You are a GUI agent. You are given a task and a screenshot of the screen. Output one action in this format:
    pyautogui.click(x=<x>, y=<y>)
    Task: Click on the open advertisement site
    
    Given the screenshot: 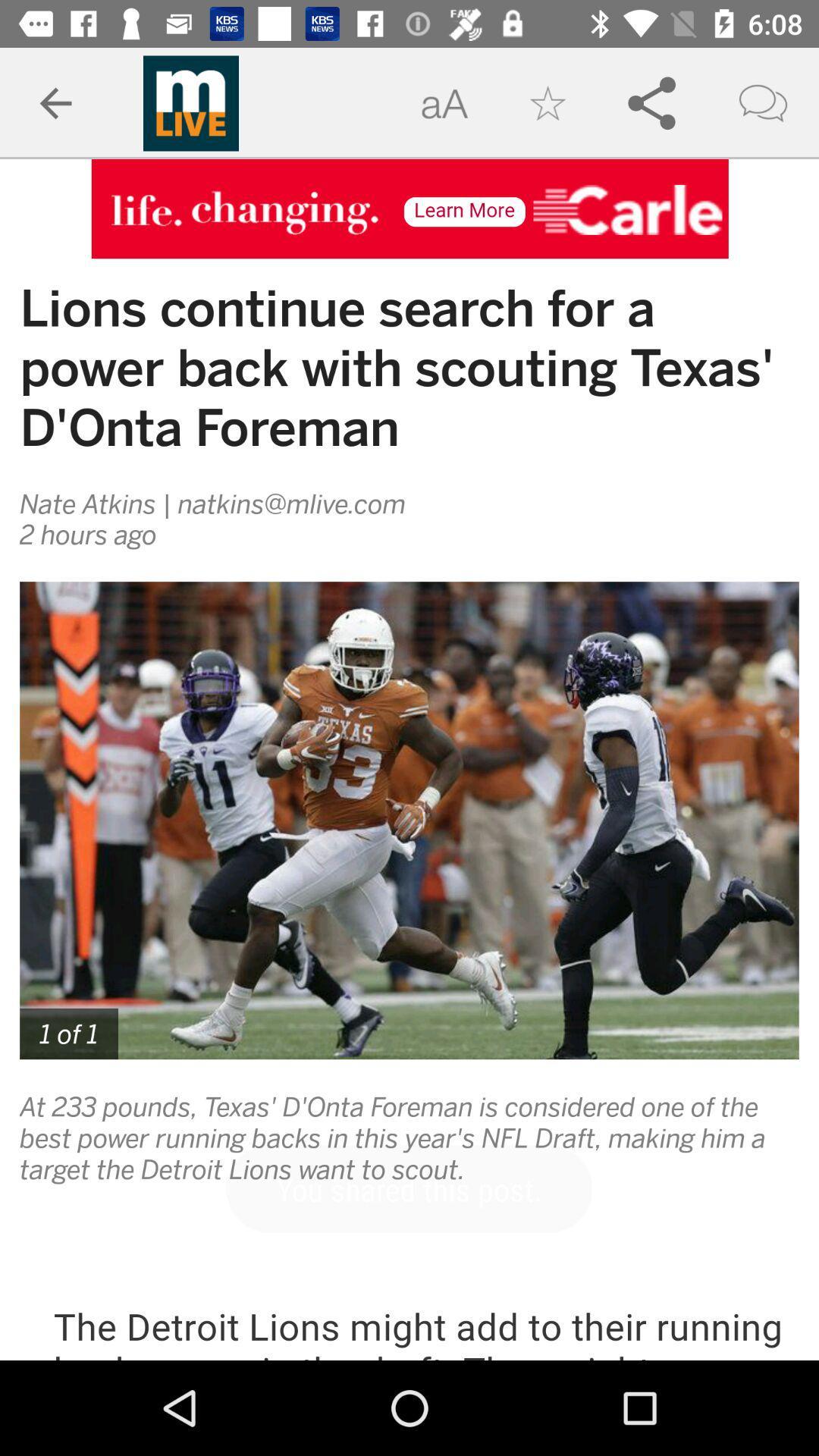 What is the action you would take?
    pyautogui.click(x=409, y=208)
    